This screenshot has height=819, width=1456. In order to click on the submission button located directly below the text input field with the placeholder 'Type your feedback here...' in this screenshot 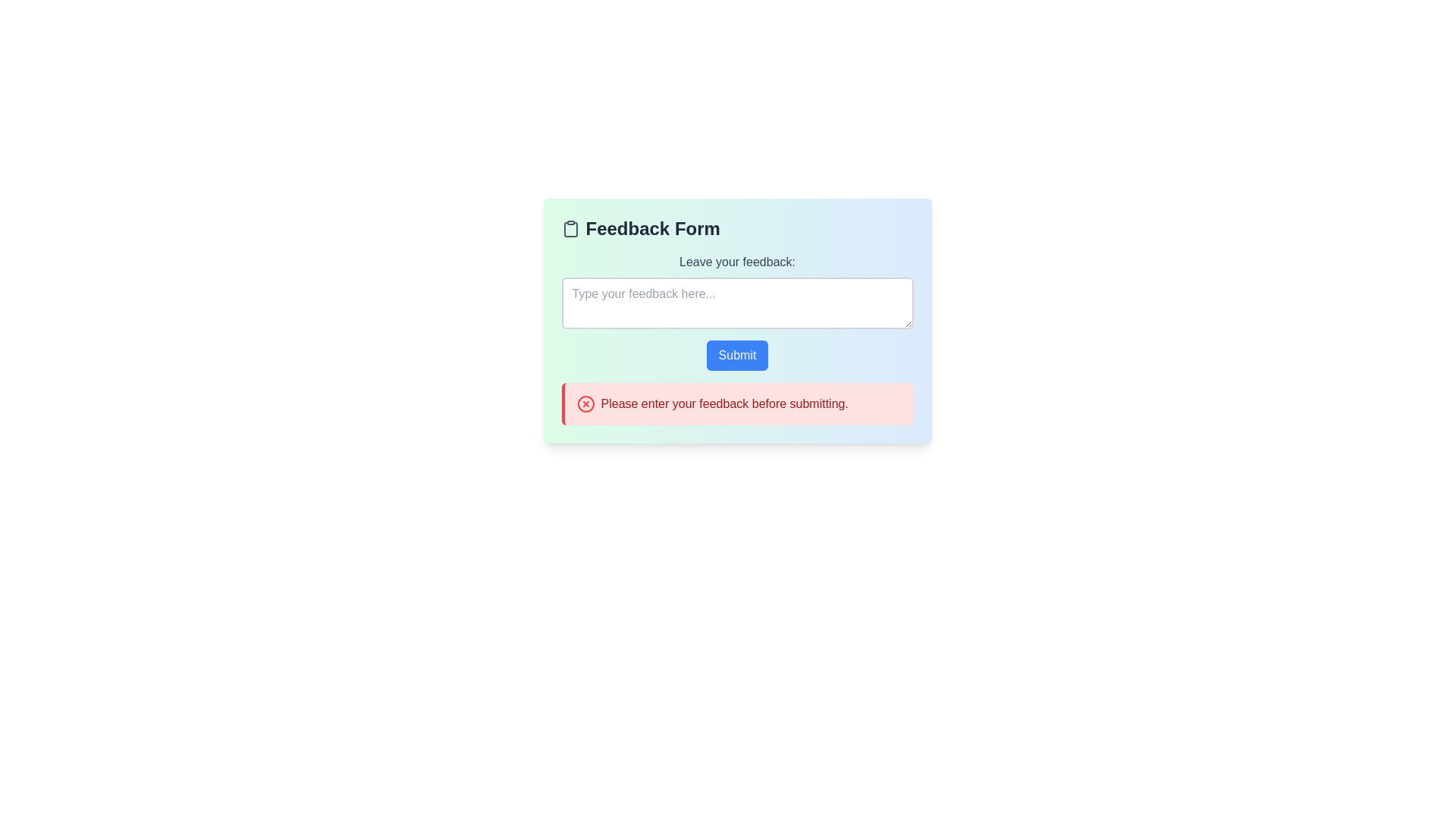, I will do `click(737, 356)`.